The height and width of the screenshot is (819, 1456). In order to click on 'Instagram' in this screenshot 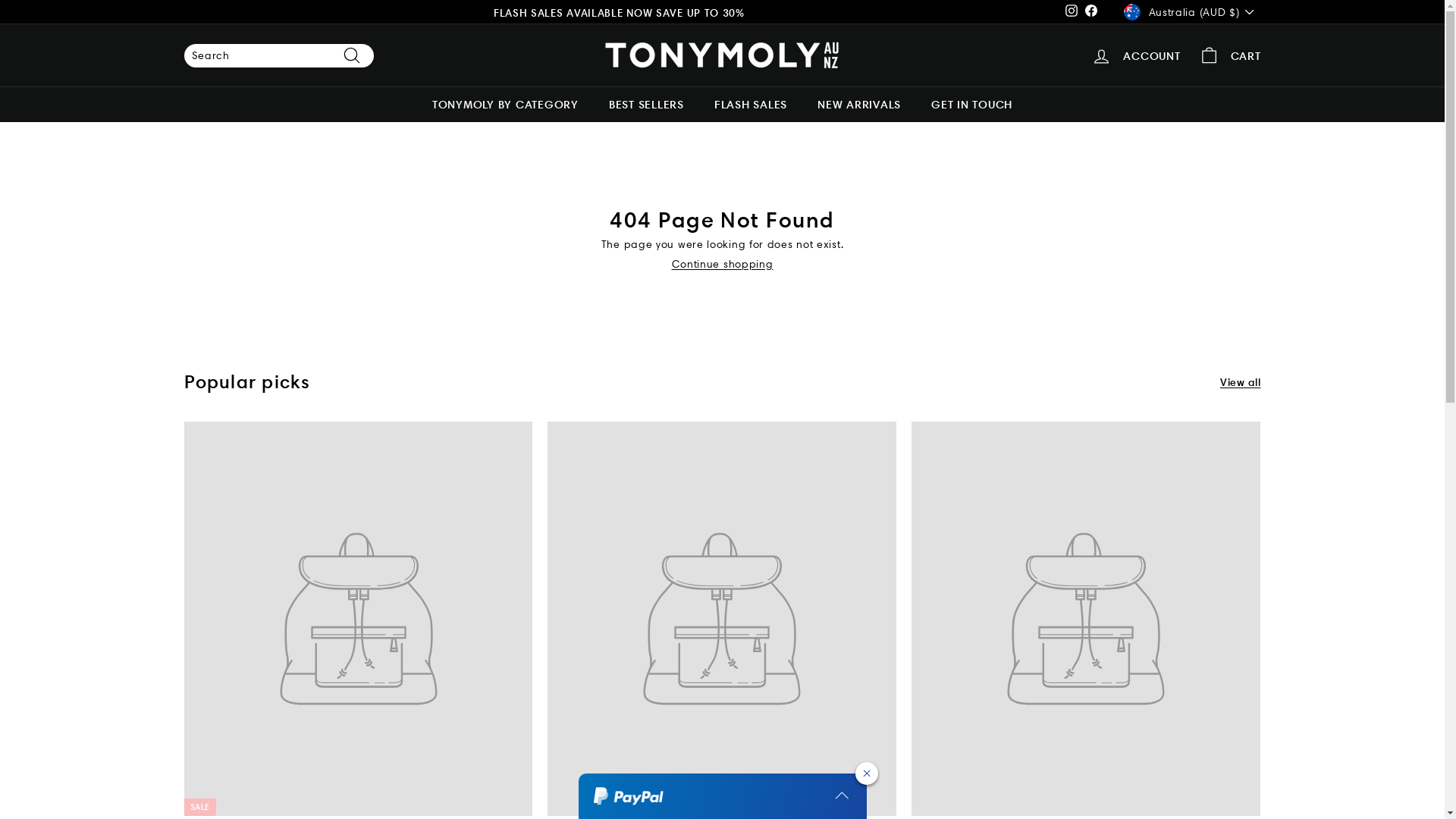, I will do `click(1070, 11)`.